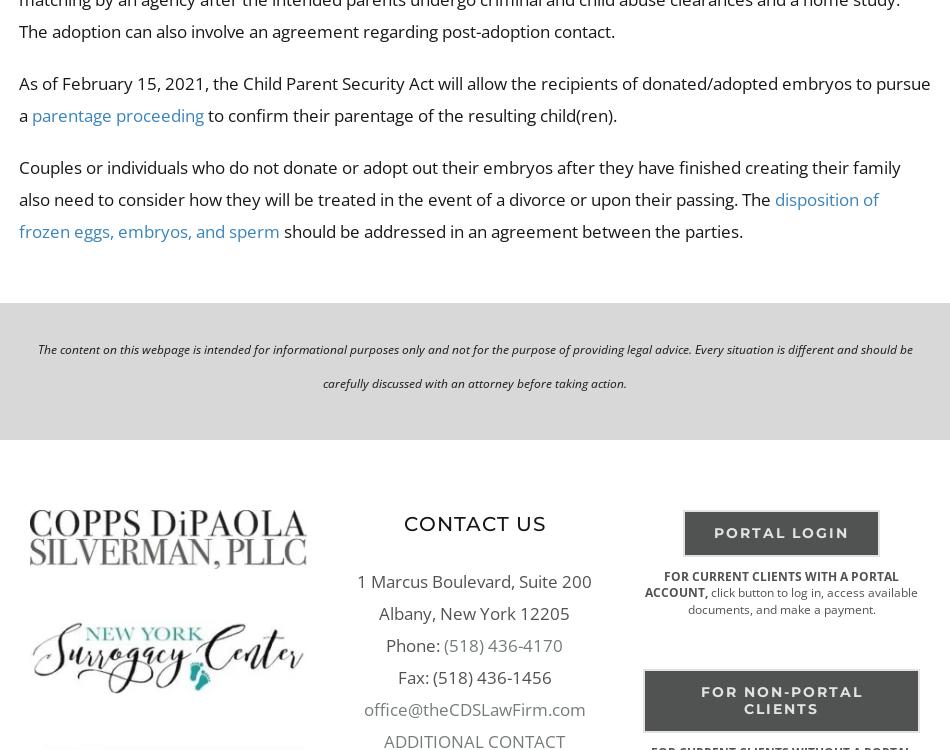 The width and height of the screenshot is (950, 750). I want to click on 'As of February 15, 2021, the Child Parent Security Act will allow the recipients of donated/adopted embryos to pursue a', so click(475, 98).